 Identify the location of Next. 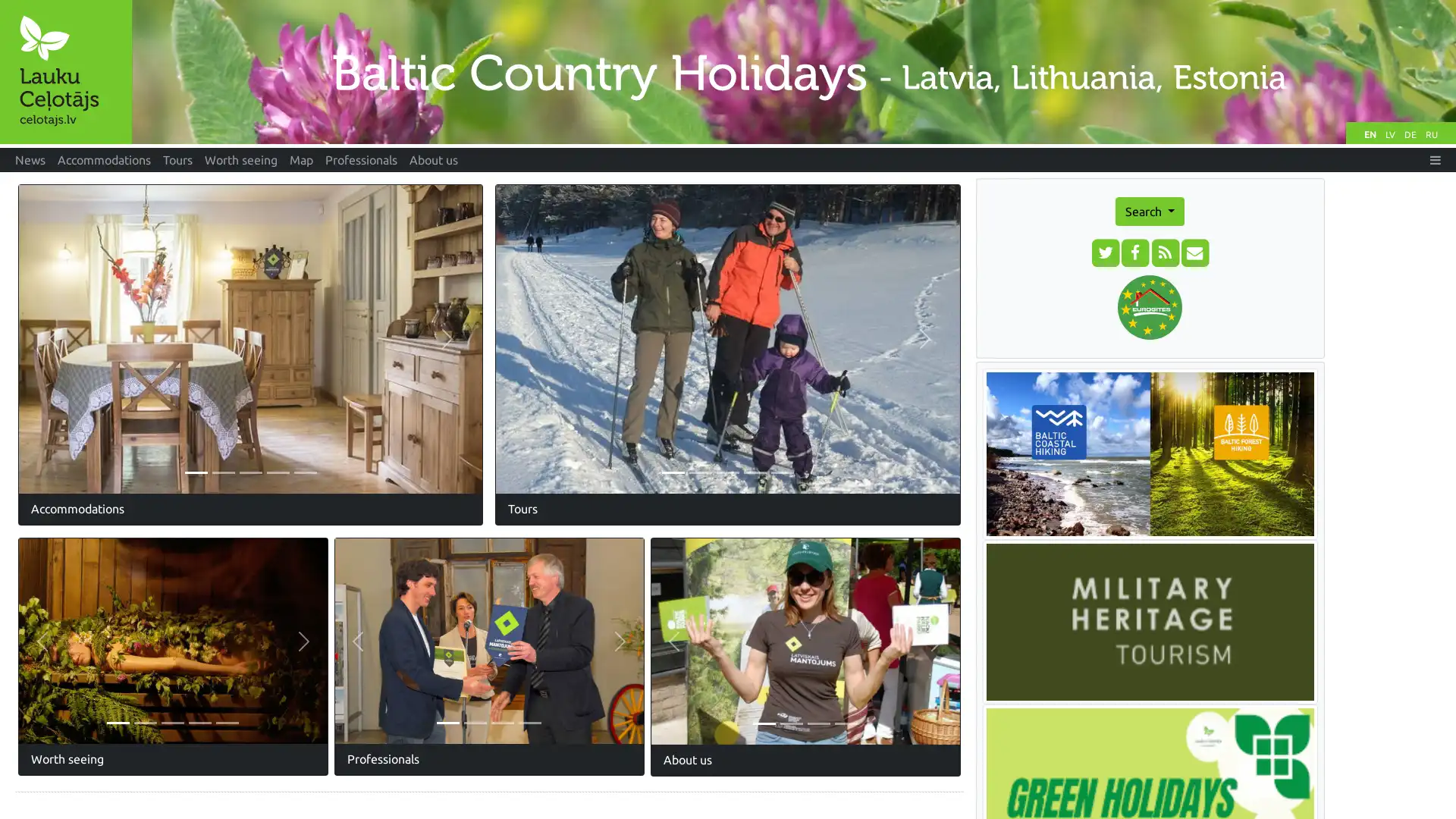
(620, 641).